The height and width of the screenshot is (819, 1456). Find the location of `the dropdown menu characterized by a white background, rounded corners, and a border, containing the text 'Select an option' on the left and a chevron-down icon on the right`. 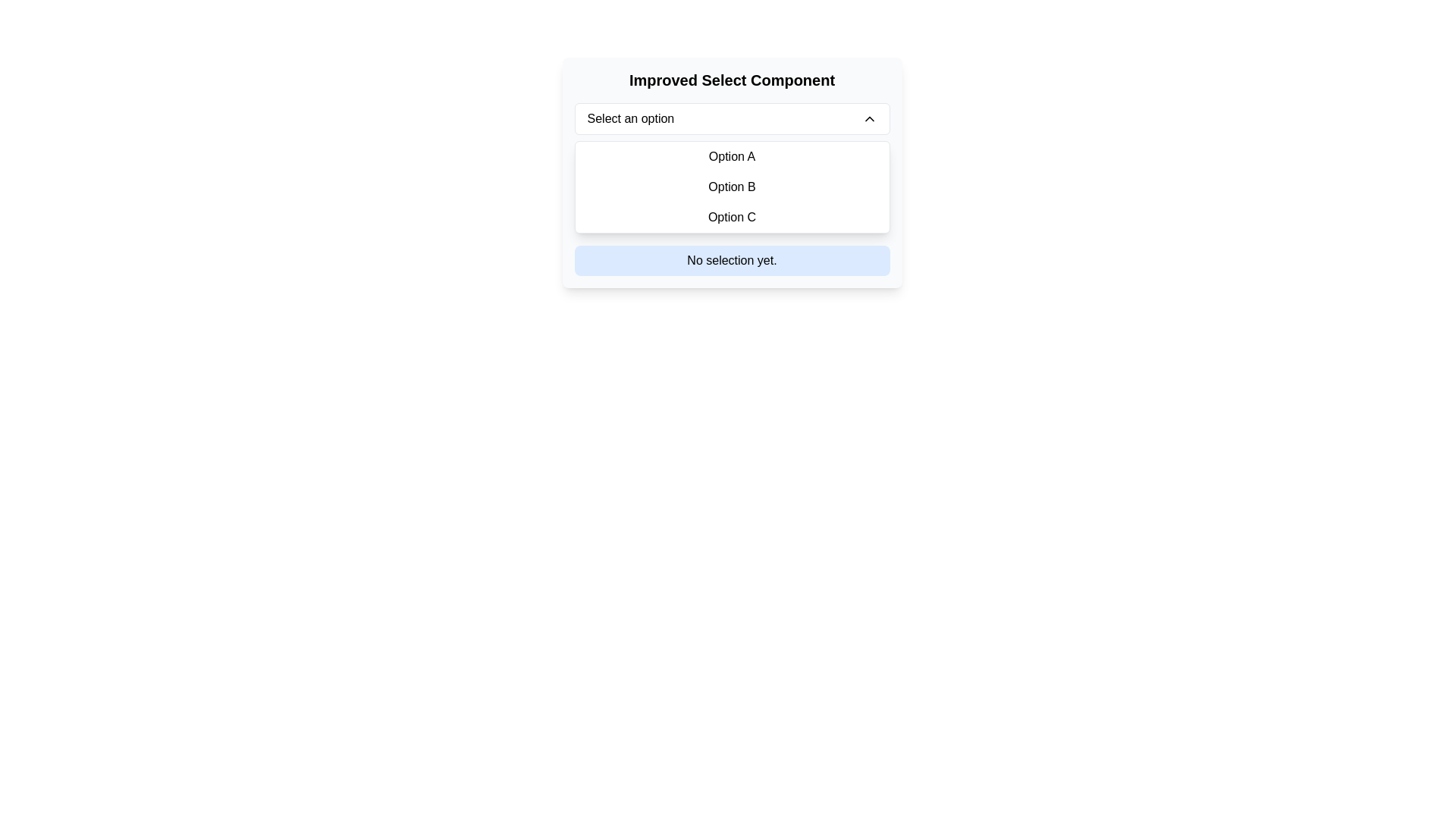

the dropdown menu characterized by a white background, rounded corners, and a border, containing the text 'Select an option' on the left and a chevron-down icon on the right is located at coordinates (732, 118).